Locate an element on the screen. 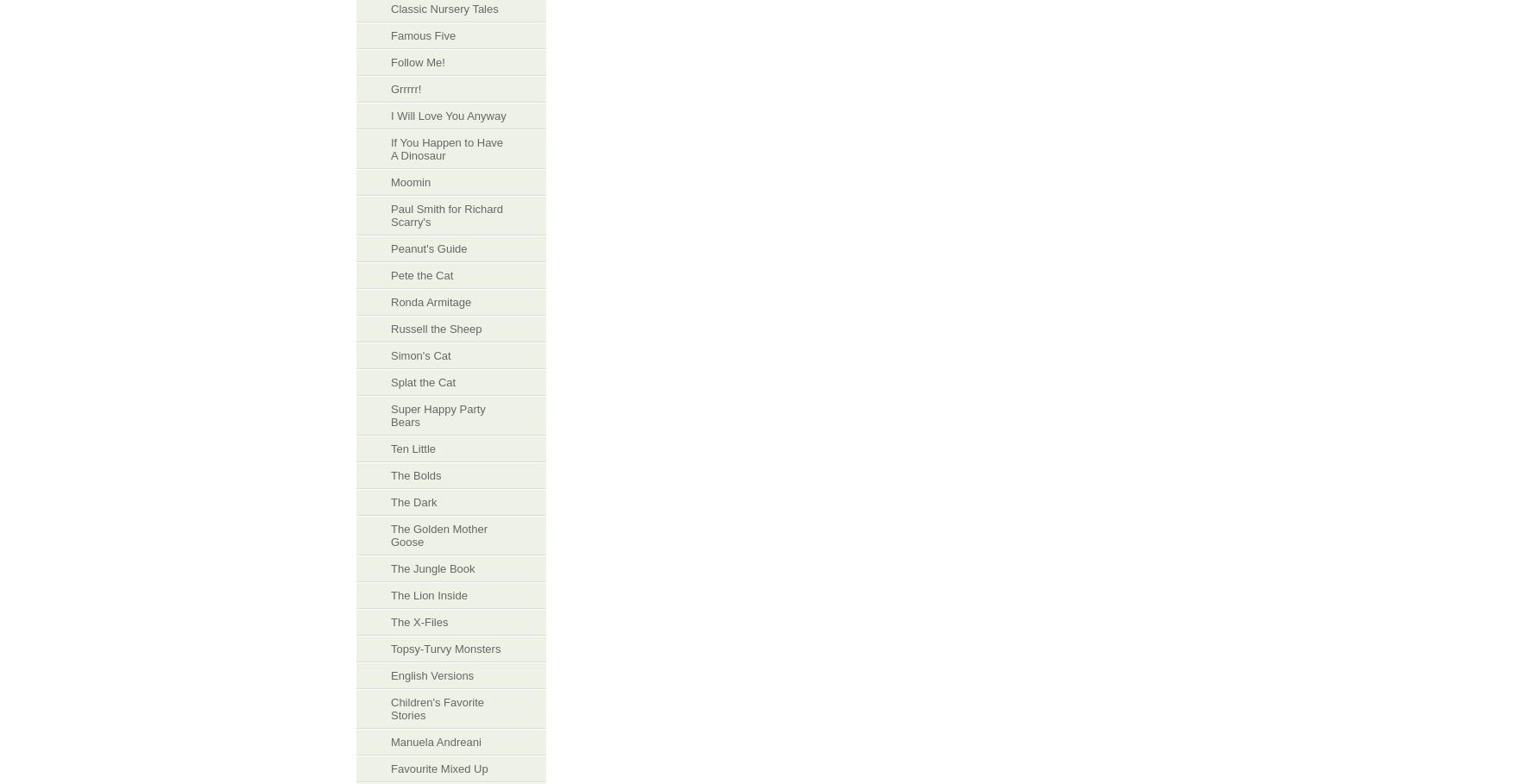 Image resolution: width=1524 pixels, height=784 pixels. 'Grrrrr!' is located at coordinates (406, 88).